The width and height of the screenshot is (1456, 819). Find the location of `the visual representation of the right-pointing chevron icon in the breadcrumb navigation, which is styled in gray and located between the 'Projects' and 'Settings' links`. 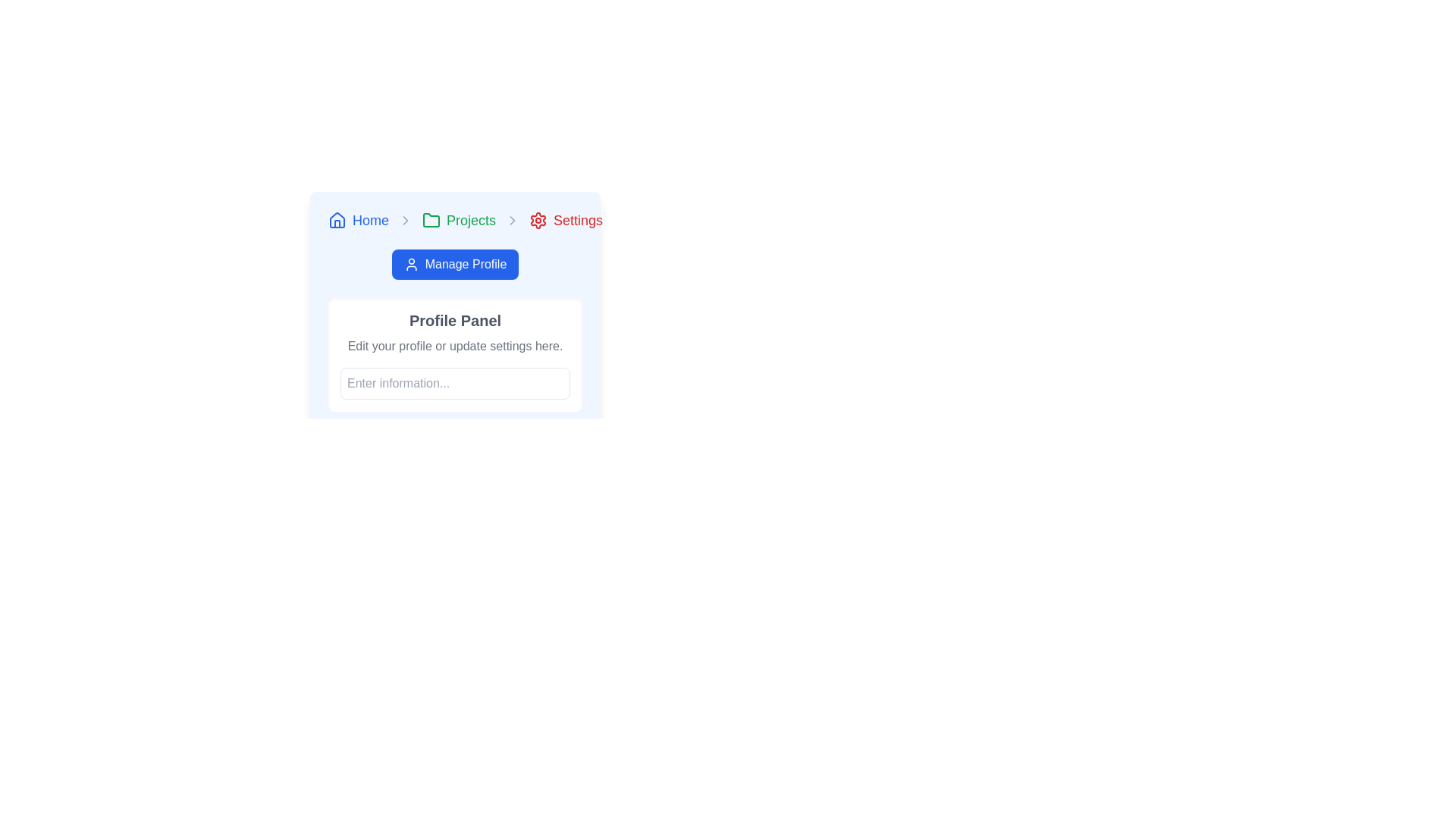

the visual representation of the right-pointing chevron icon in the breadcrumb navigation, which is styled in gray and located between the 'Projects' and 'Settings' links is located at coordinates (406, 220).